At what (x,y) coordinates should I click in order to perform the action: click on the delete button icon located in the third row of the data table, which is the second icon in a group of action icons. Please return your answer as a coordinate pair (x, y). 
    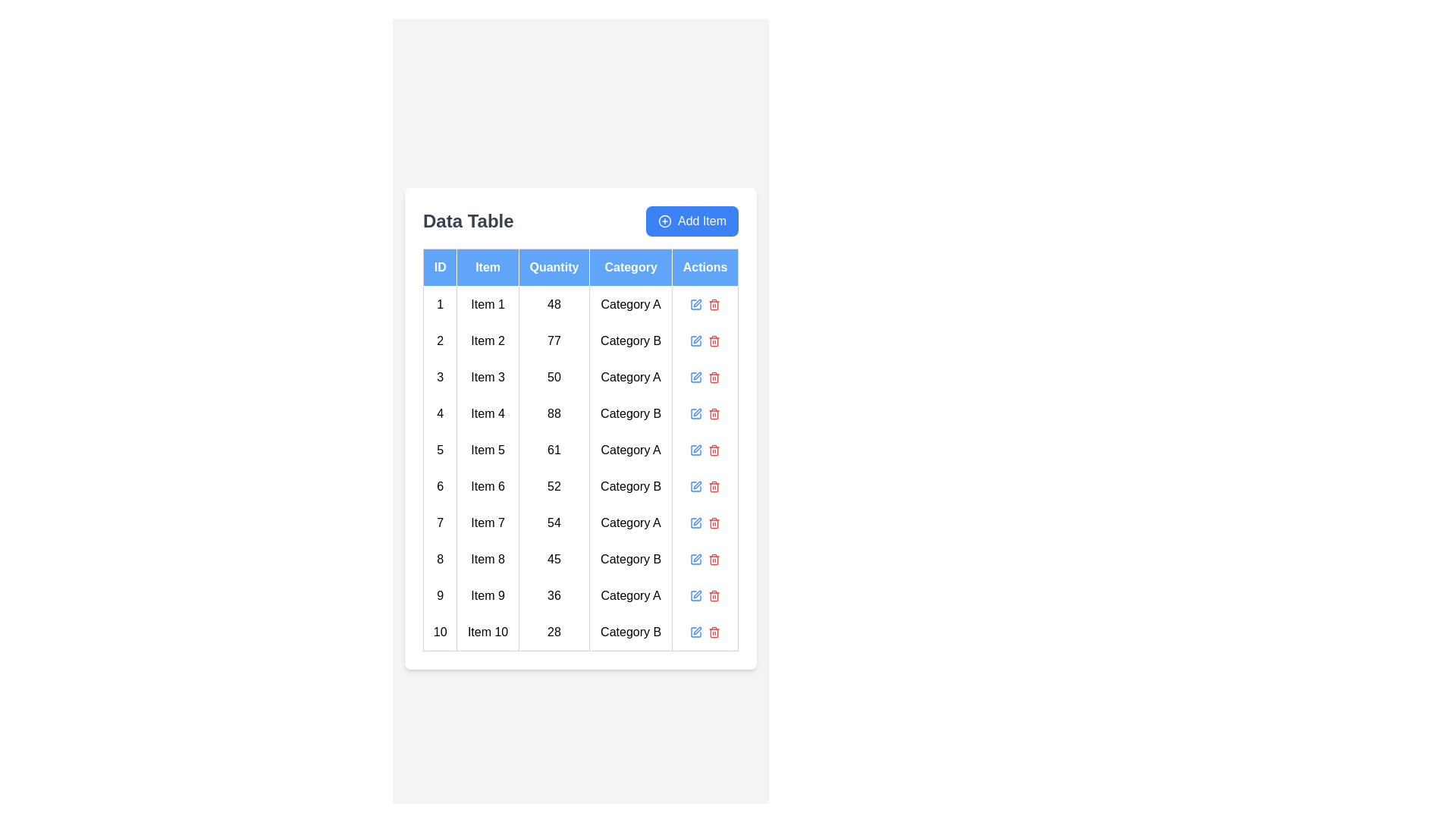
    Looking at the image, I should click on (714, 376).